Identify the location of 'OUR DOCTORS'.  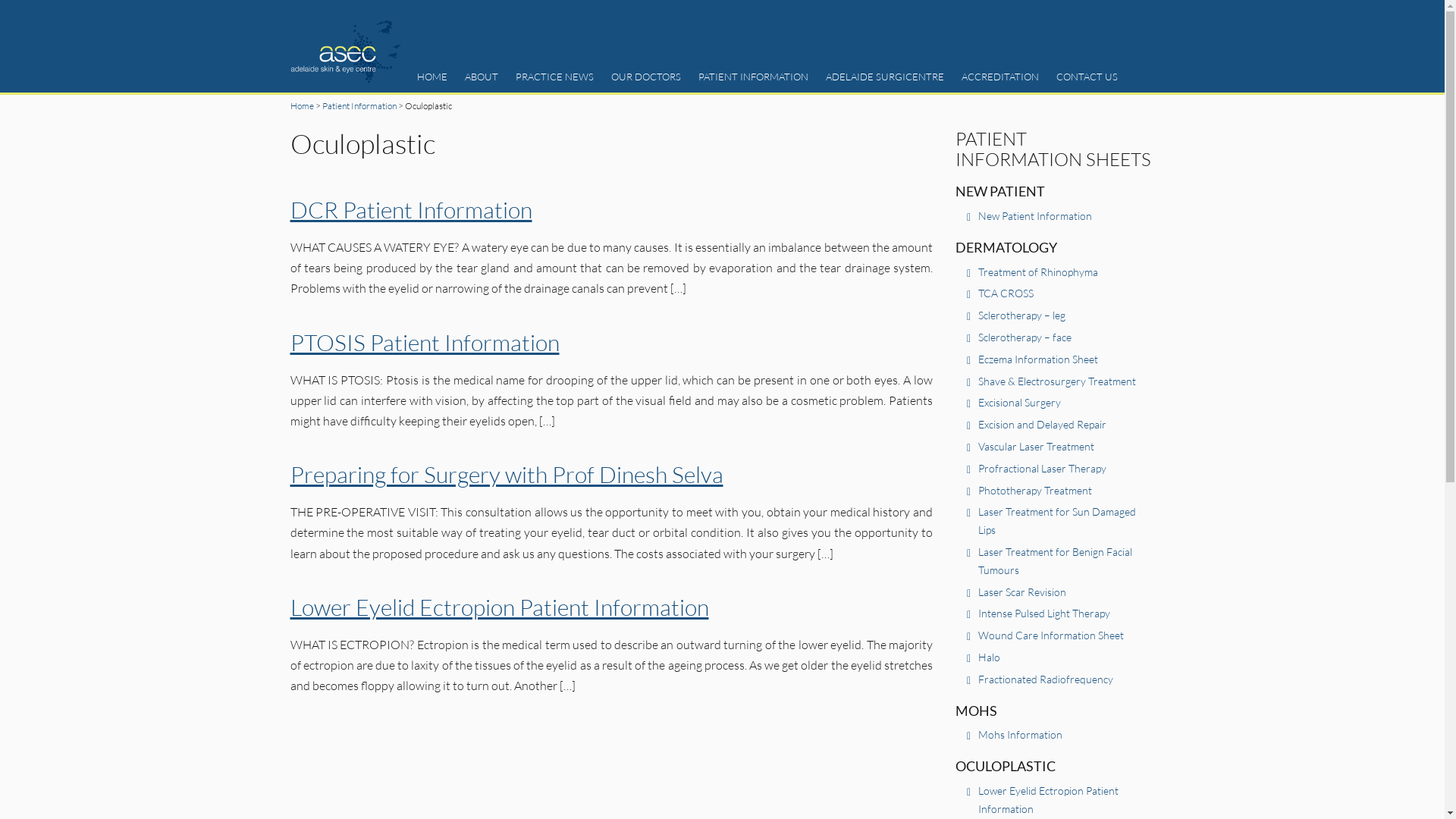
(645, 76).